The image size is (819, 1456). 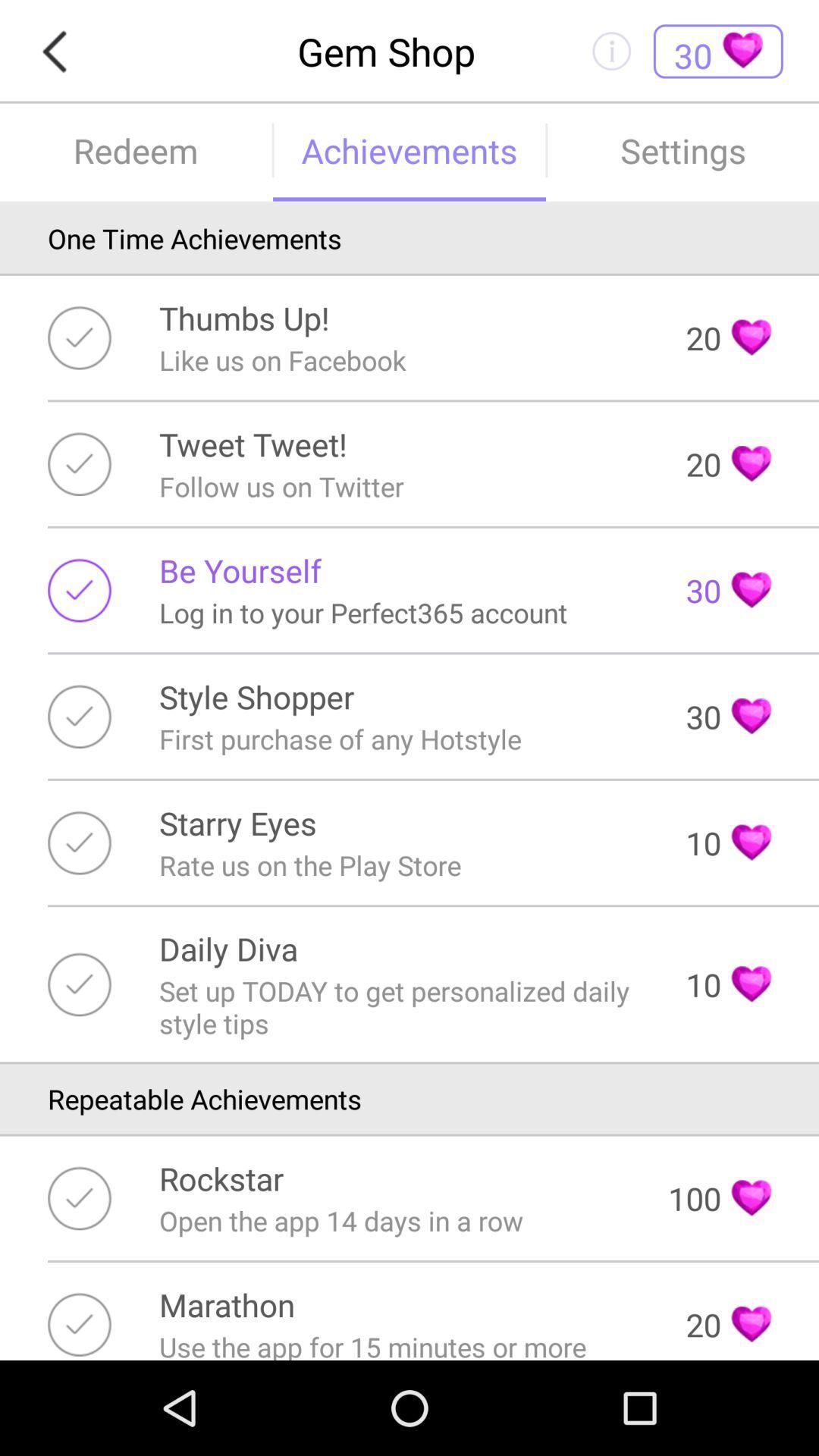 I want to click on the item next to the gem shop item, so click(x=58, y=52).